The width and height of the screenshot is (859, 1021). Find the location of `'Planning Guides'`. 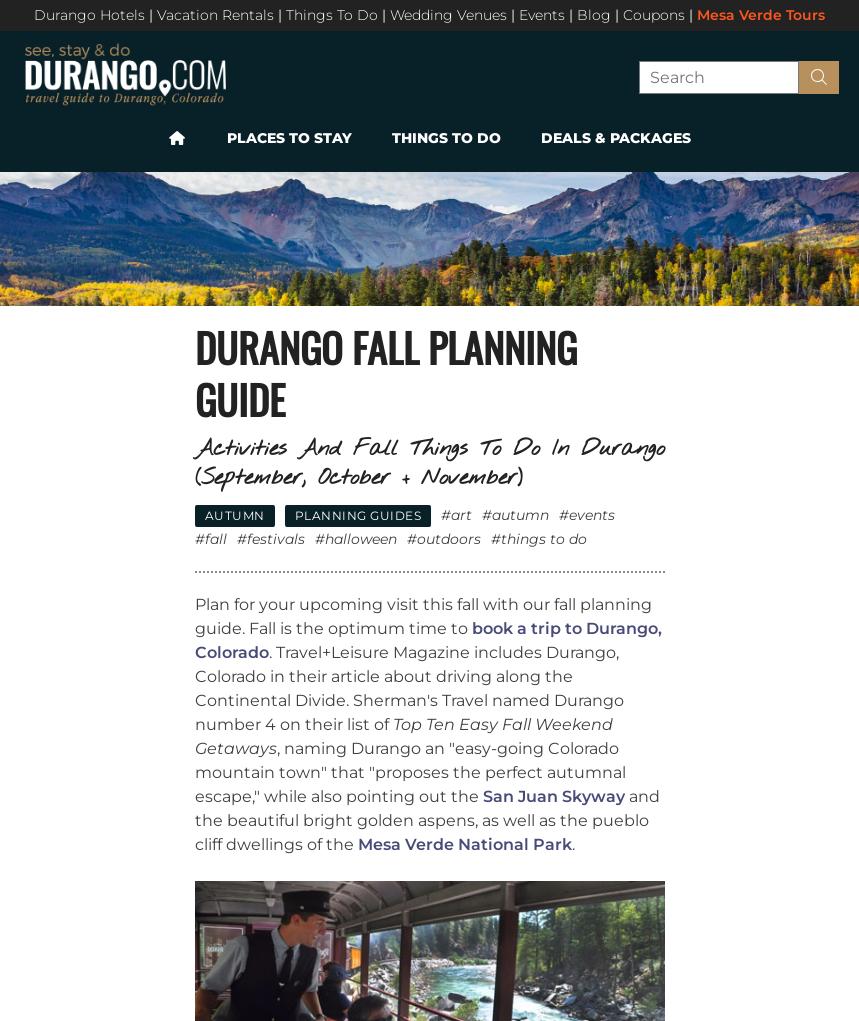

'Planning Guides' is located at coordinates (356, 514).